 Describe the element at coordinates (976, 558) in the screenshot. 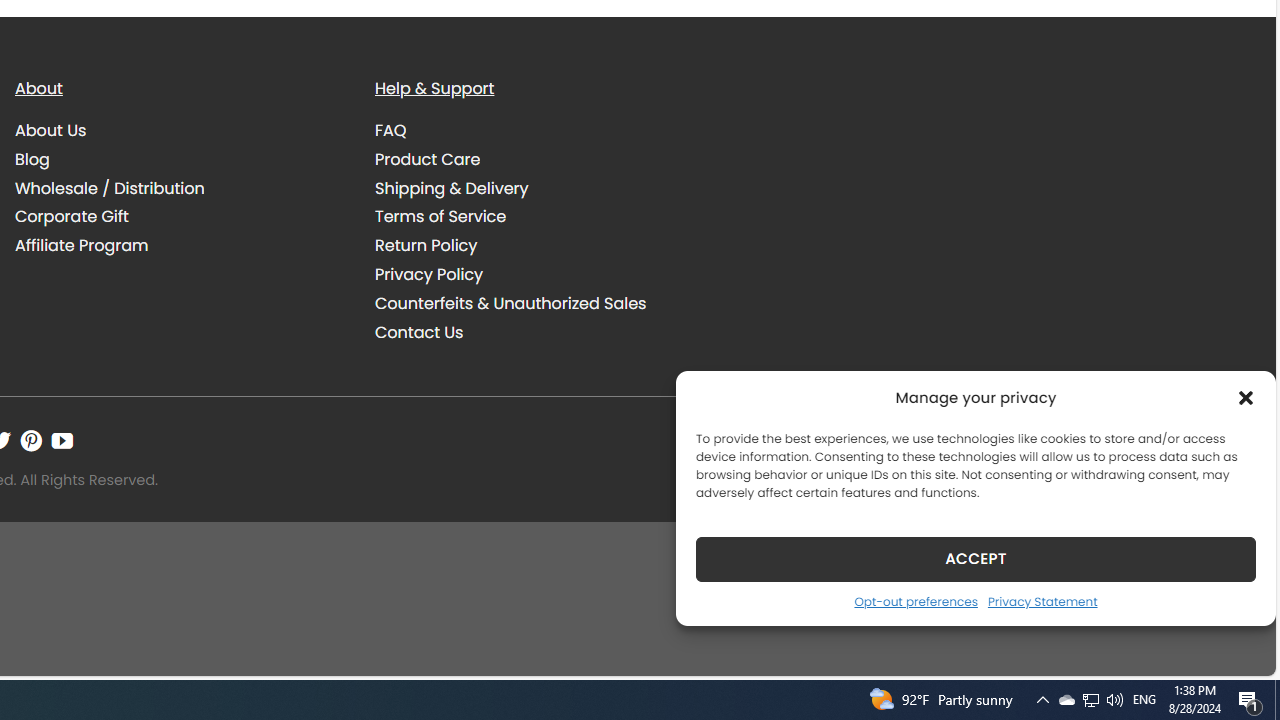

I see `'ACCEPT'` at that location.